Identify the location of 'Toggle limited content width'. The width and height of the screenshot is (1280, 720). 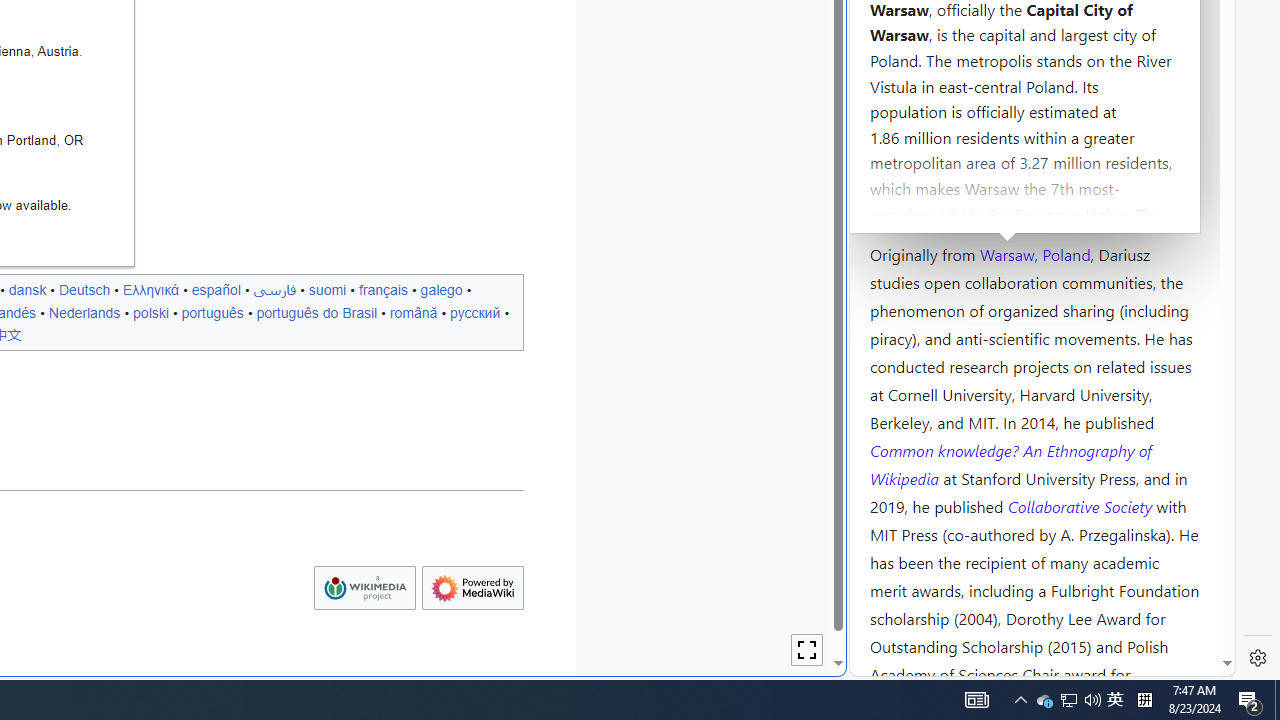
(807, 650).